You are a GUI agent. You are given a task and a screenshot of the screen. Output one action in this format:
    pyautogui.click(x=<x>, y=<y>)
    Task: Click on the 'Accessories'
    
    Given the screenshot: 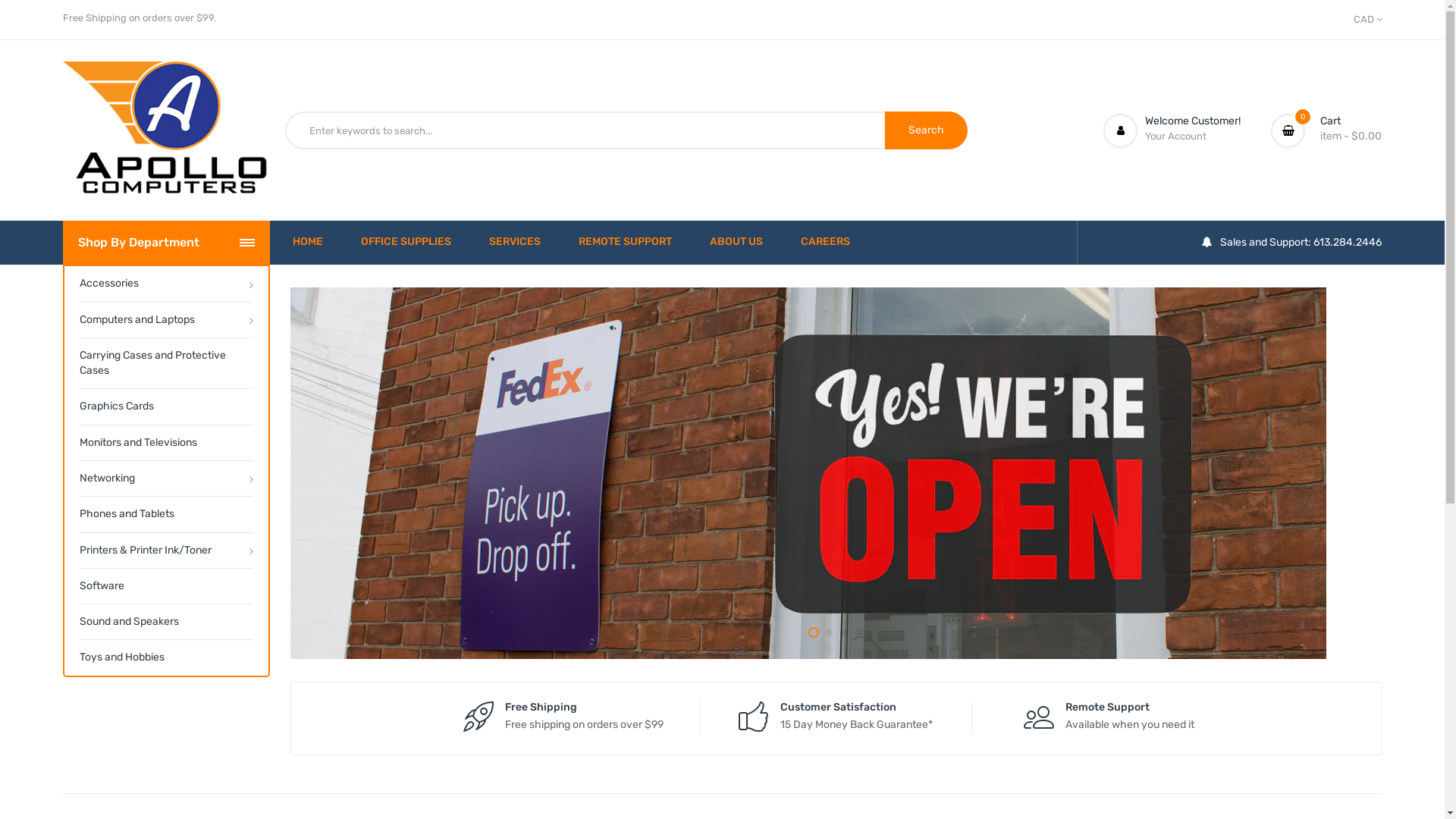 What is the action you would take?
    pyautogui.click(x=165, y=284)
    